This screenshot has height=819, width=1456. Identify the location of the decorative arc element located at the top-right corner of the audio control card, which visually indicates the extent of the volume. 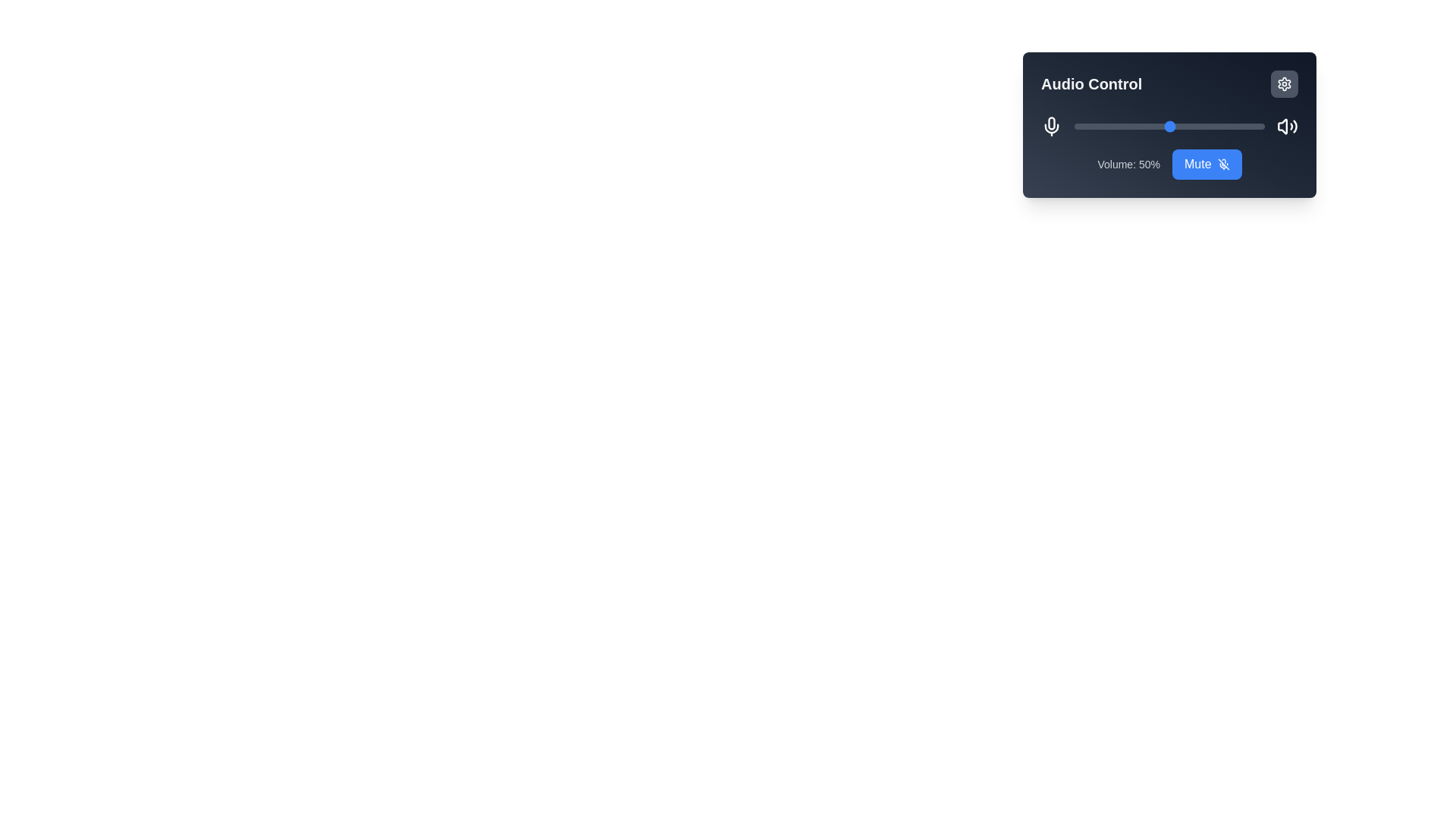
(1294, 125).